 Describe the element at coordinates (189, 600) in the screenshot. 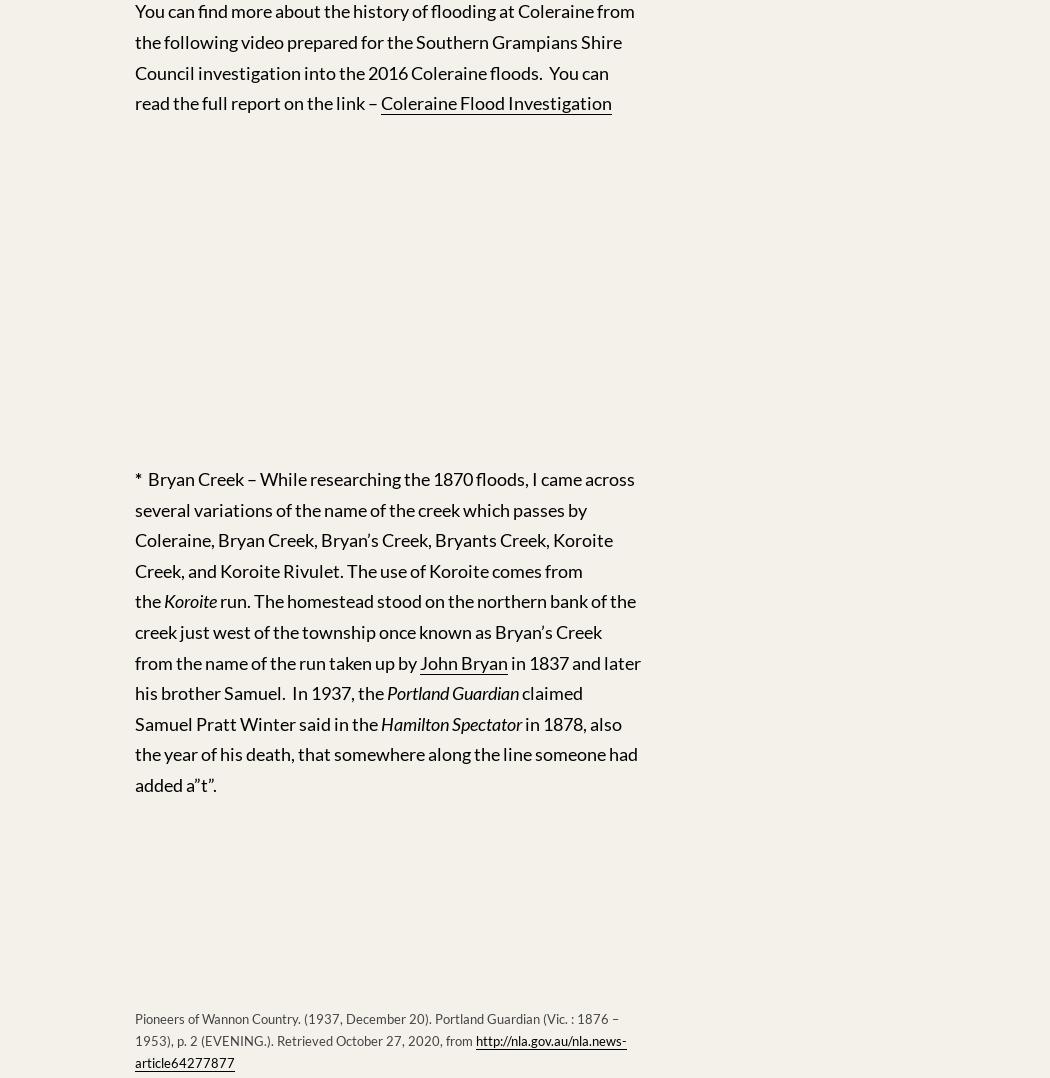

I see `'Koroite'` at that location.